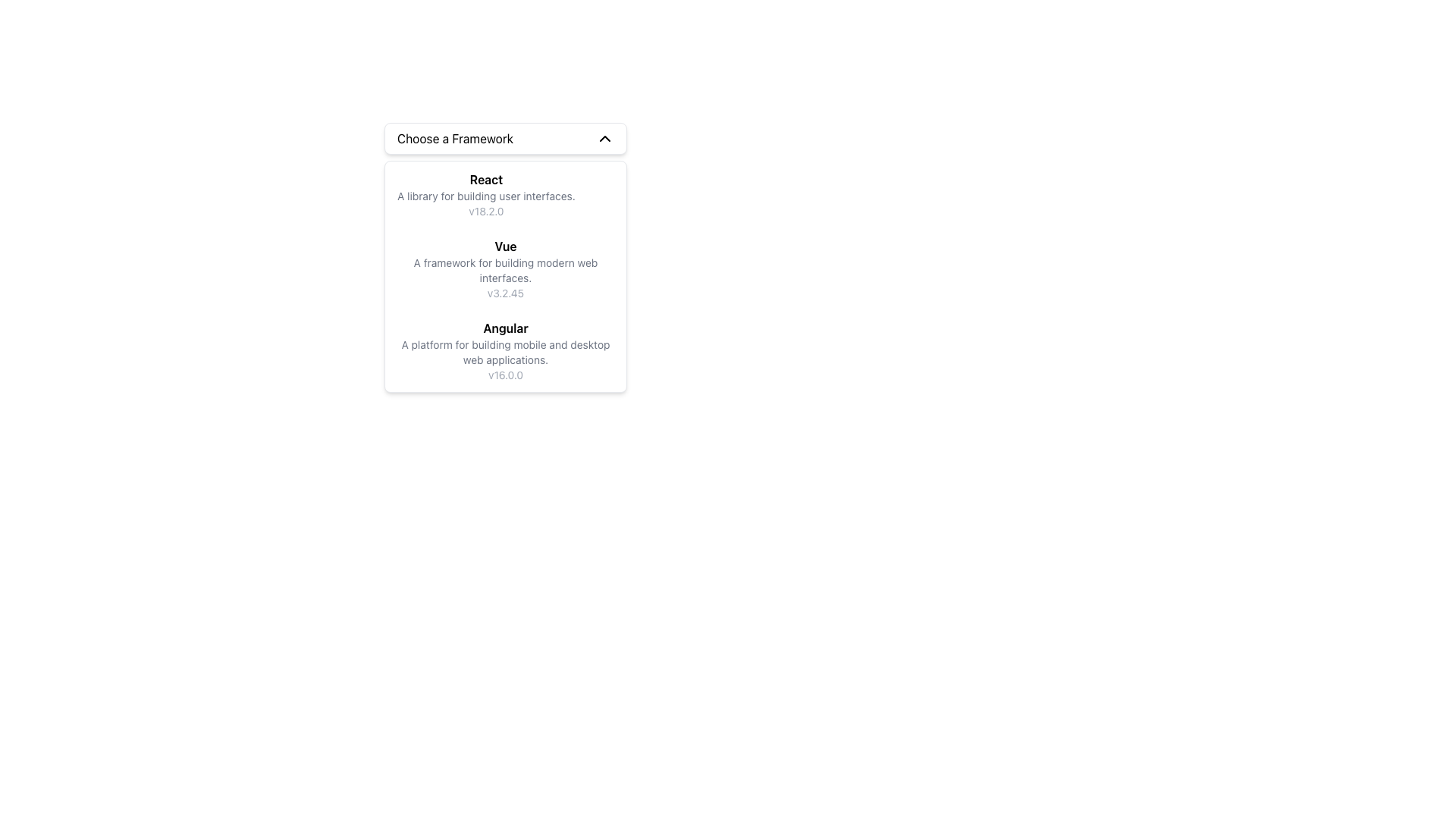  I want to click on the 'Angular' list item, which is the third item in the dropdown labeled 'Choose a Framework', so click(506, 350).